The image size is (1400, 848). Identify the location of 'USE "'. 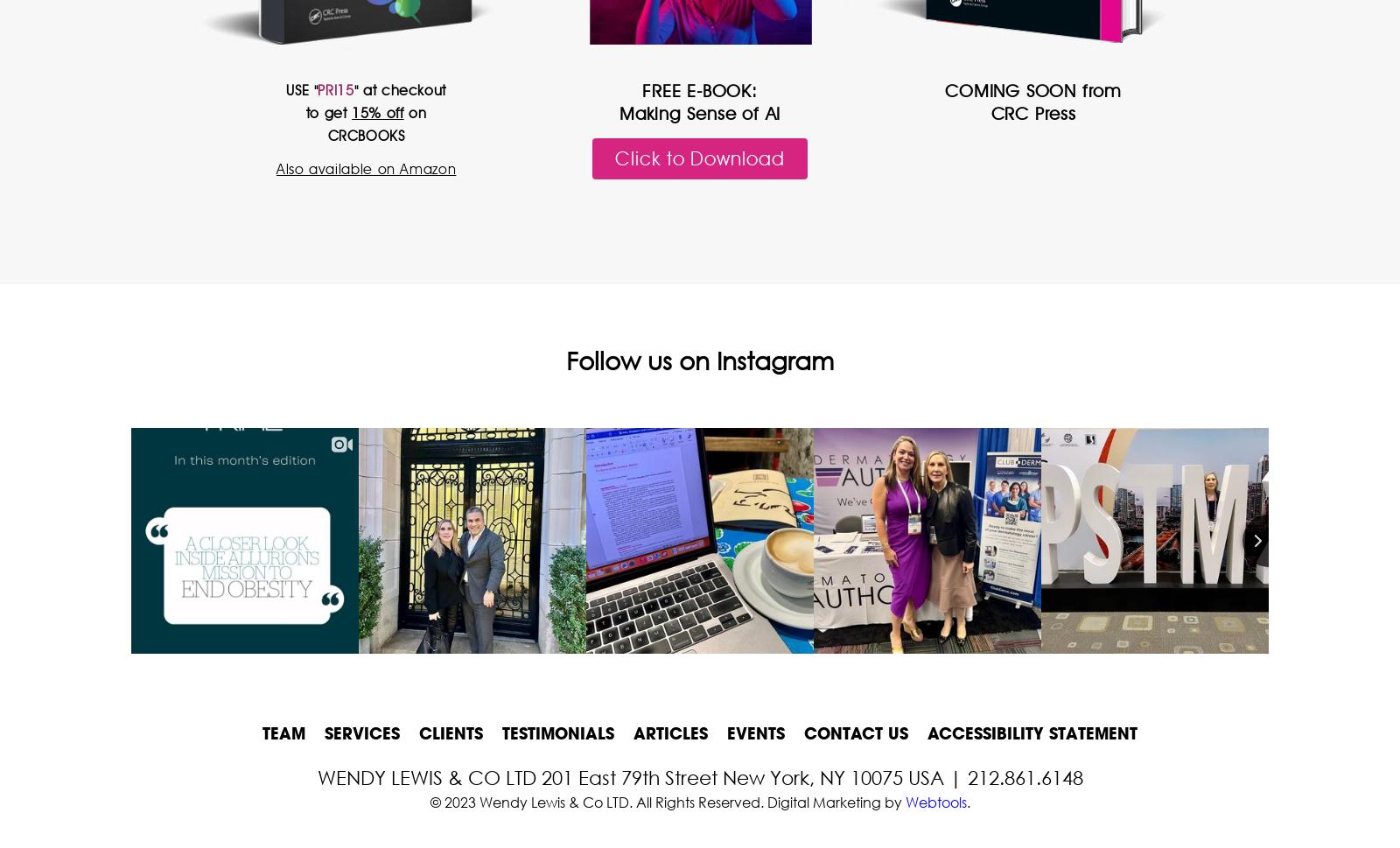
(301, 89).